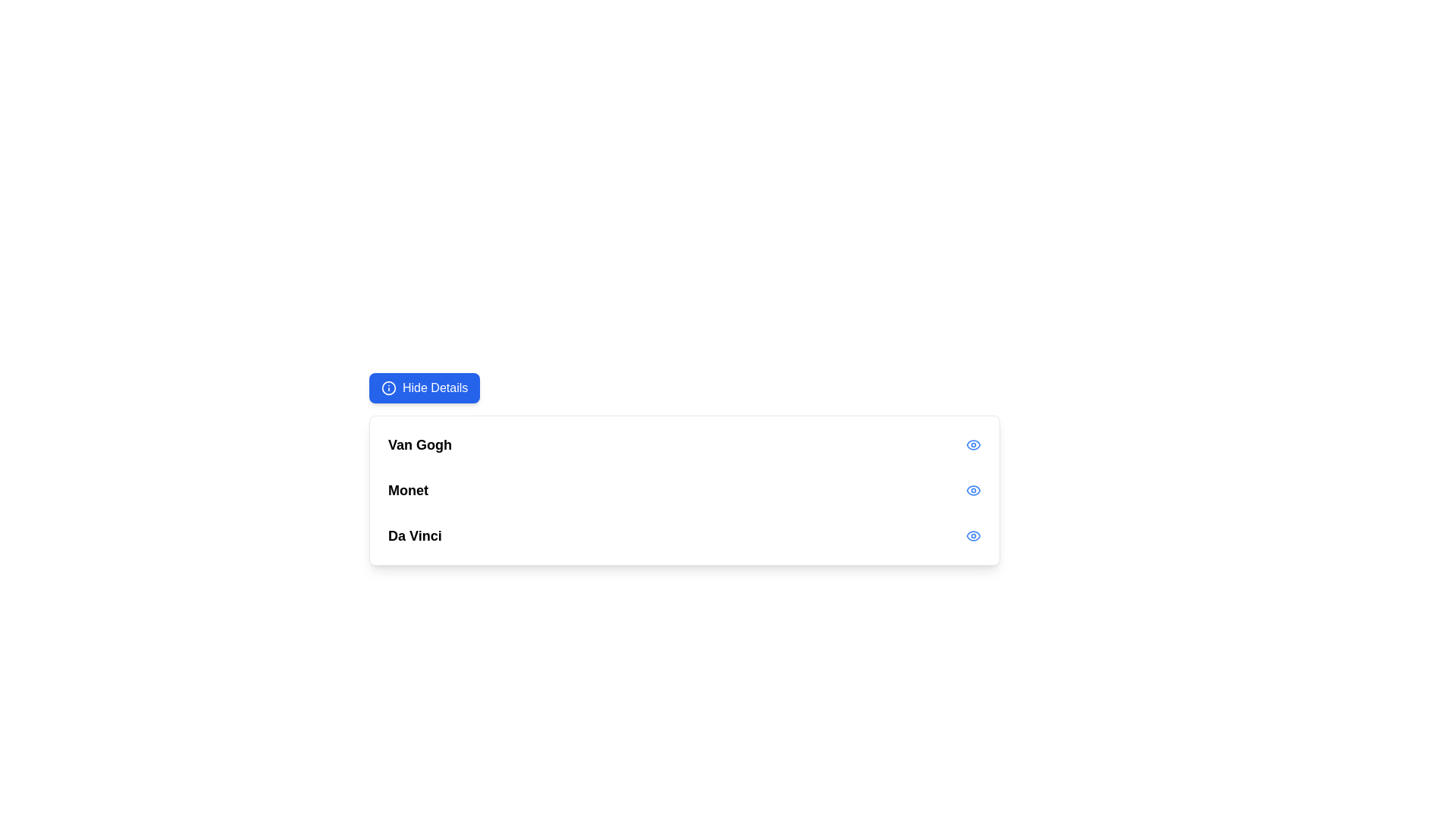 Image resolution: width=1456 pixels, height=819 pixels. I want to click on the icon located at the top-left corner of the 'Hide Details' button, which serves as an accent to indicate relevance to the button's action, so click(389, 388).